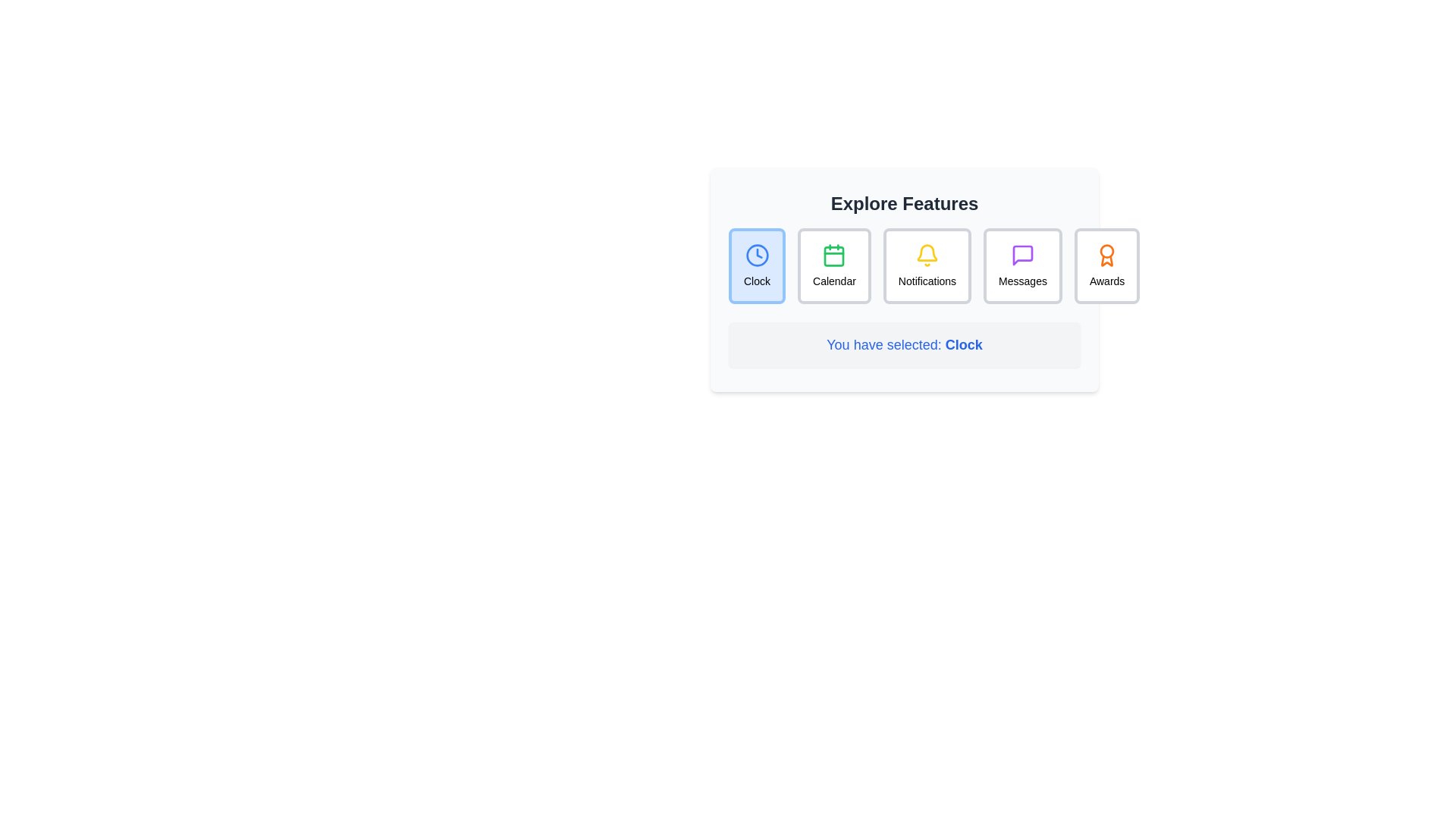 The height and width of the screenshot is (819, 1456). What do you see at coordinates (1022, 254) in the screenshot?
I see `the purple speech bubble icon located as the third item from the left under the 'Explore Features' section` at bounding box center [1022, 254].